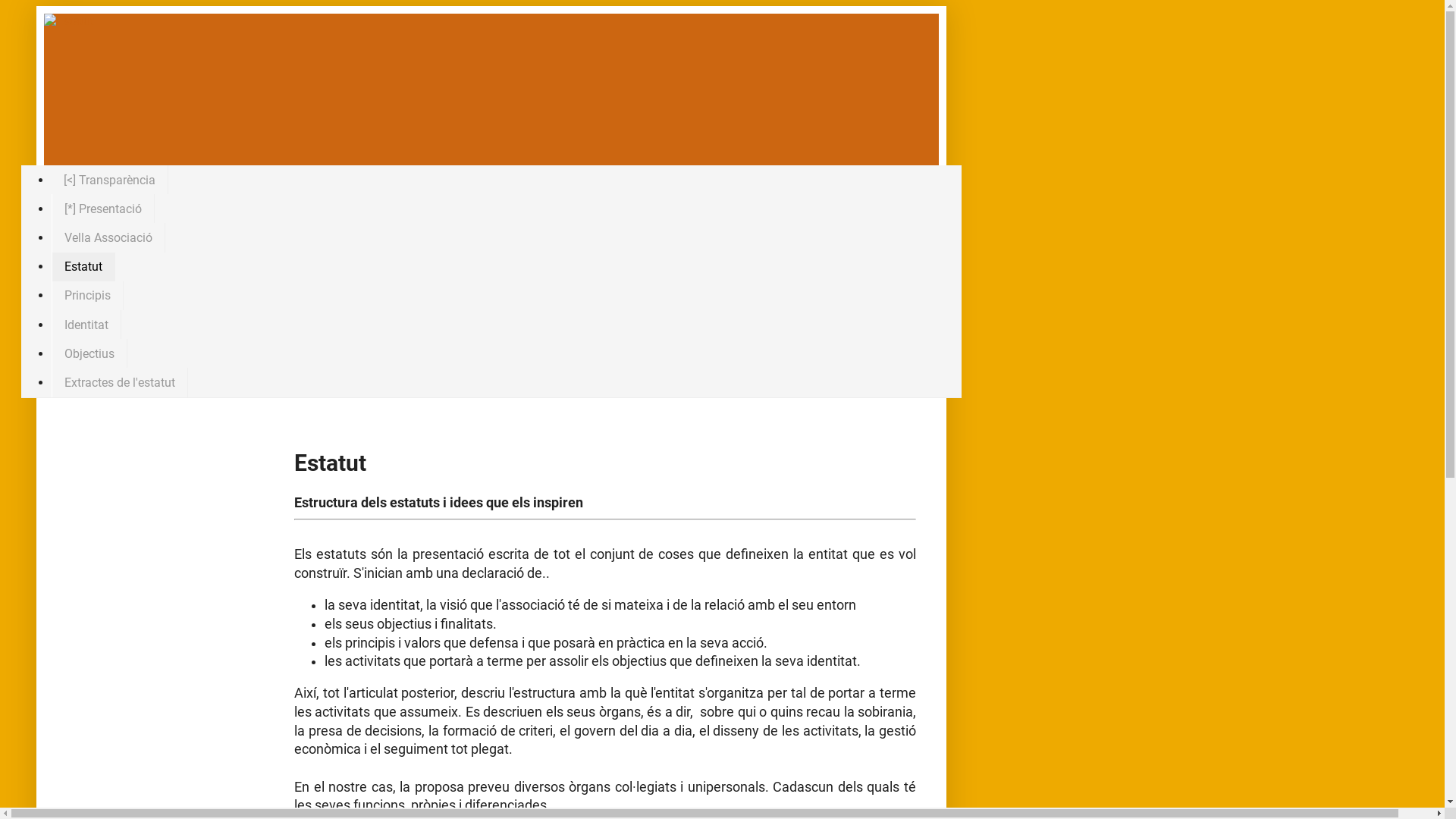  I want to click on 'Estatut', so click(83, 265).